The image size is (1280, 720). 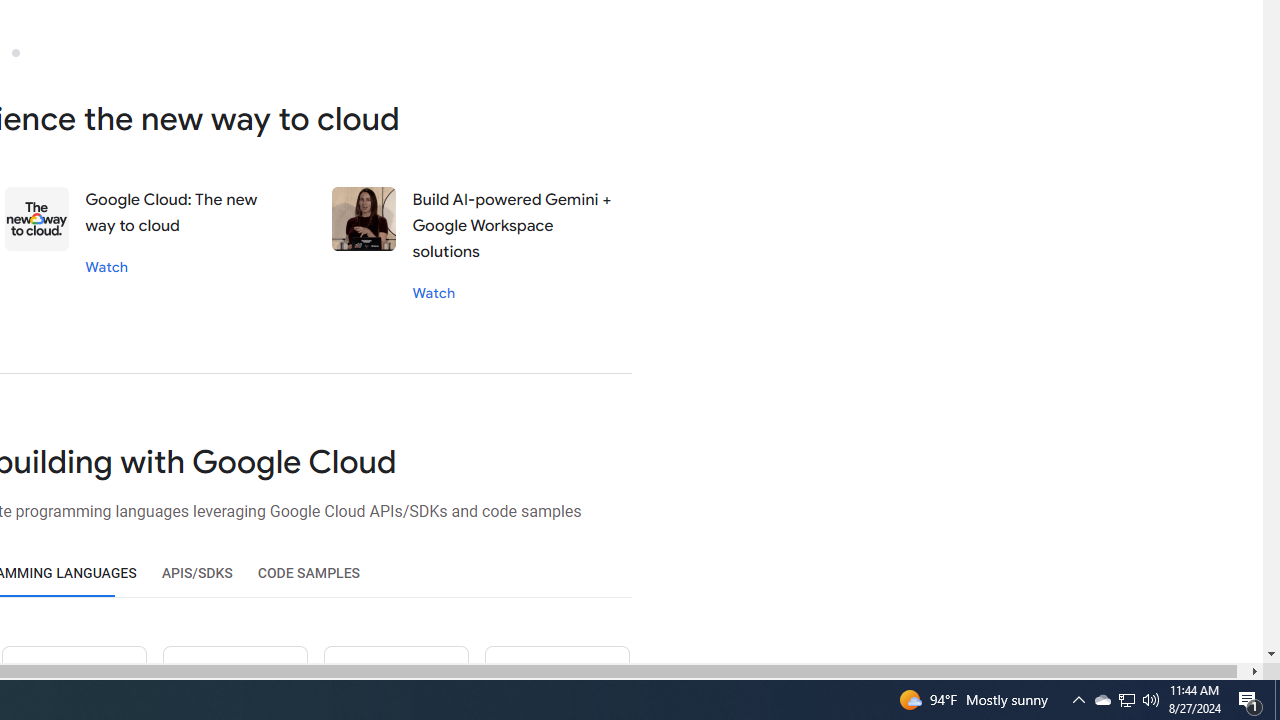 I want to click on 'CODE SAMPLES', so click(x=308, y=573).